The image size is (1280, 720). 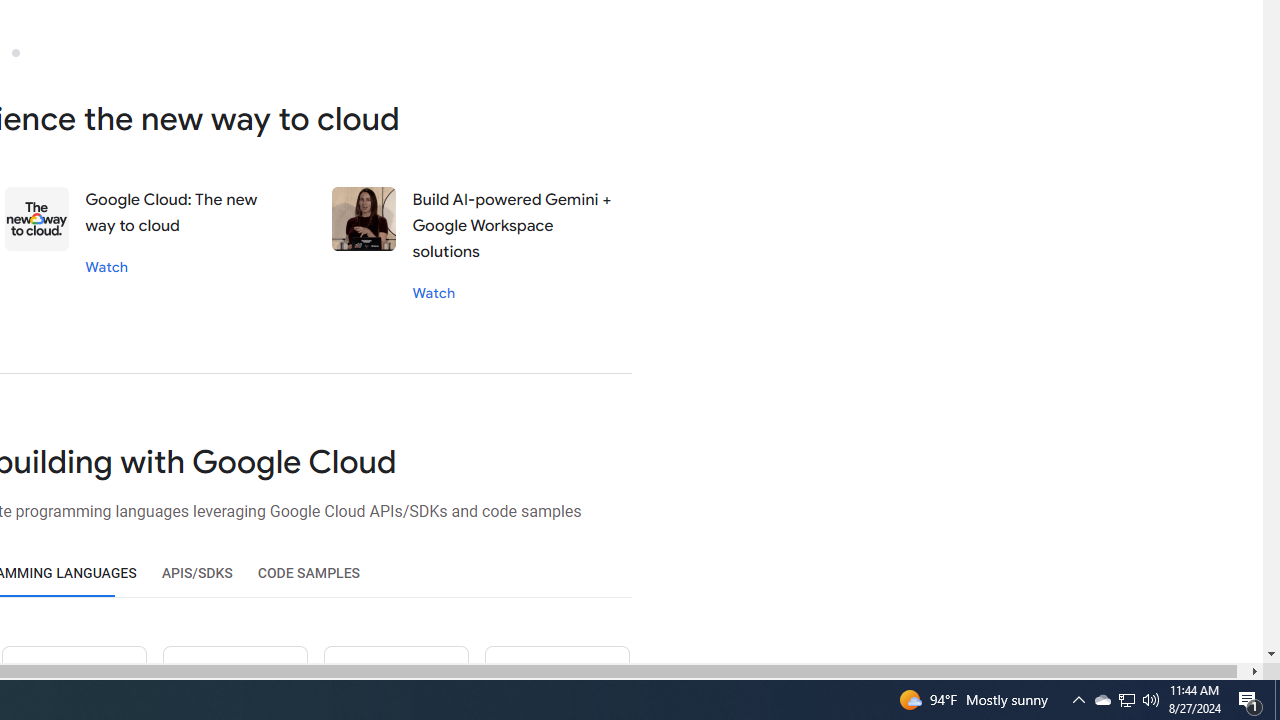 I want to click on 'CODE SAMPLES', so click(x=308, y=573).